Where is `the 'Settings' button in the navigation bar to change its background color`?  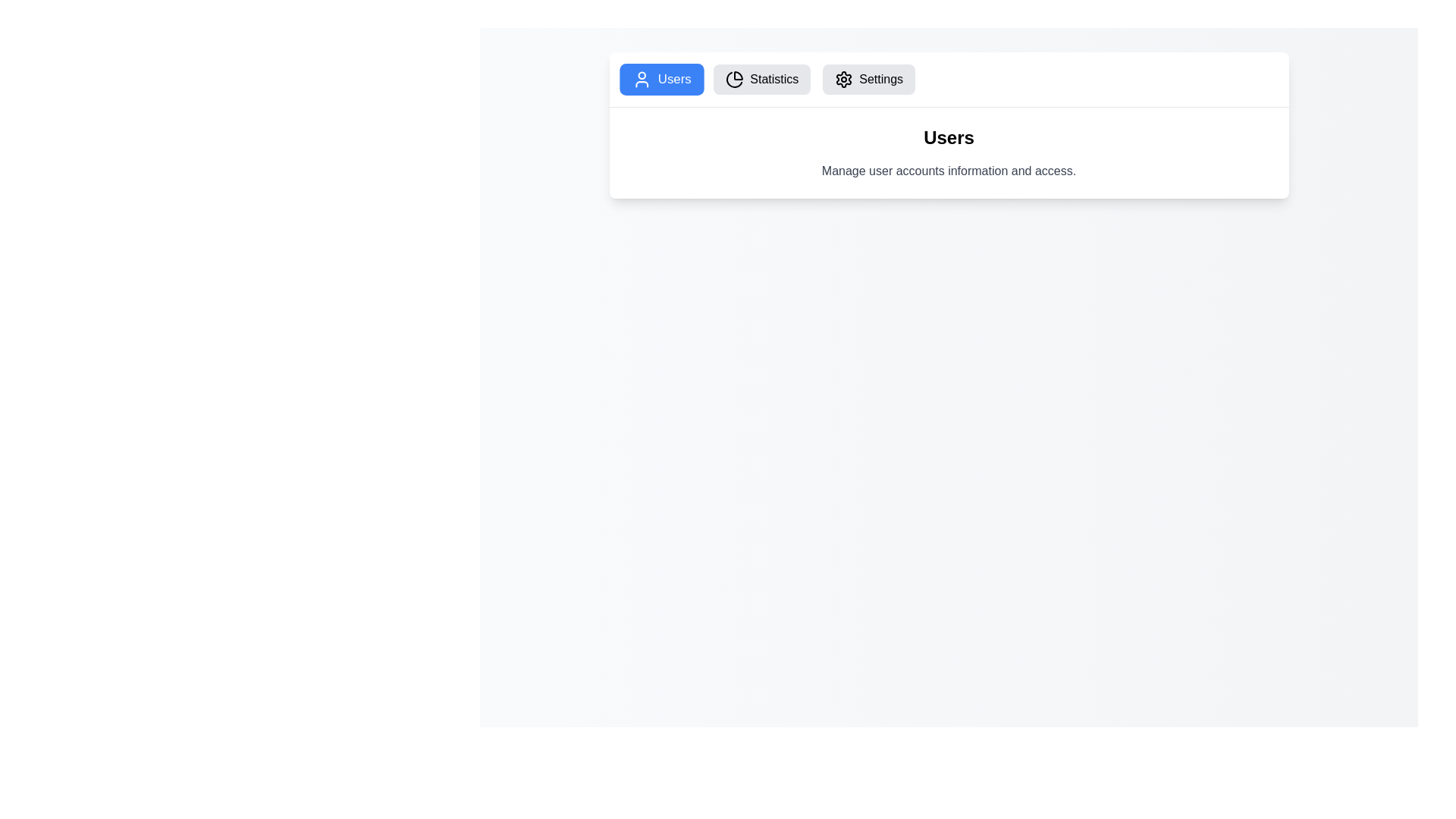 the 'Settings' button in the navigation bar to change its background color is located at coordinates (869, 79).